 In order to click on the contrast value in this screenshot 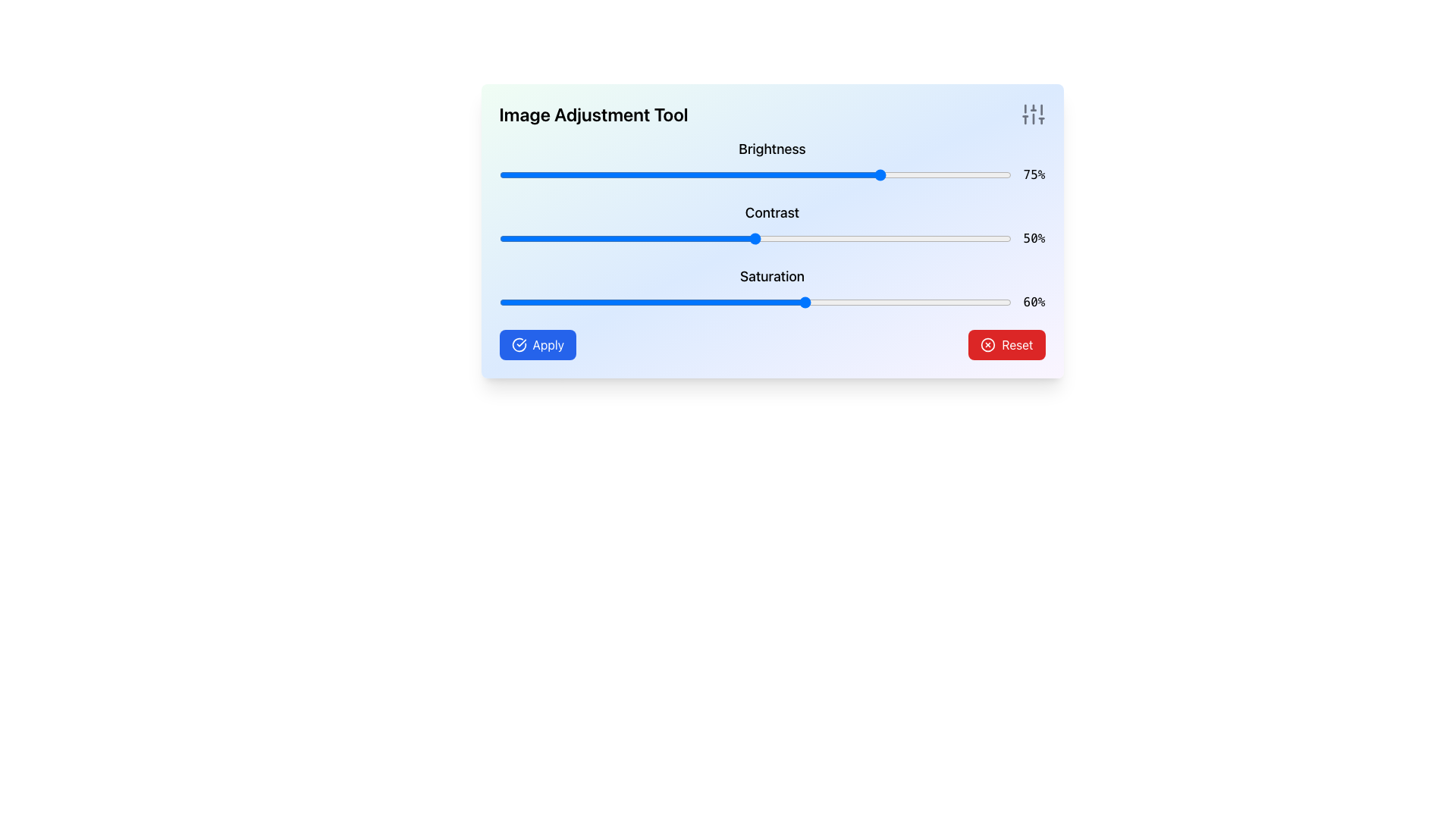, I will do `click(575, 239)`.